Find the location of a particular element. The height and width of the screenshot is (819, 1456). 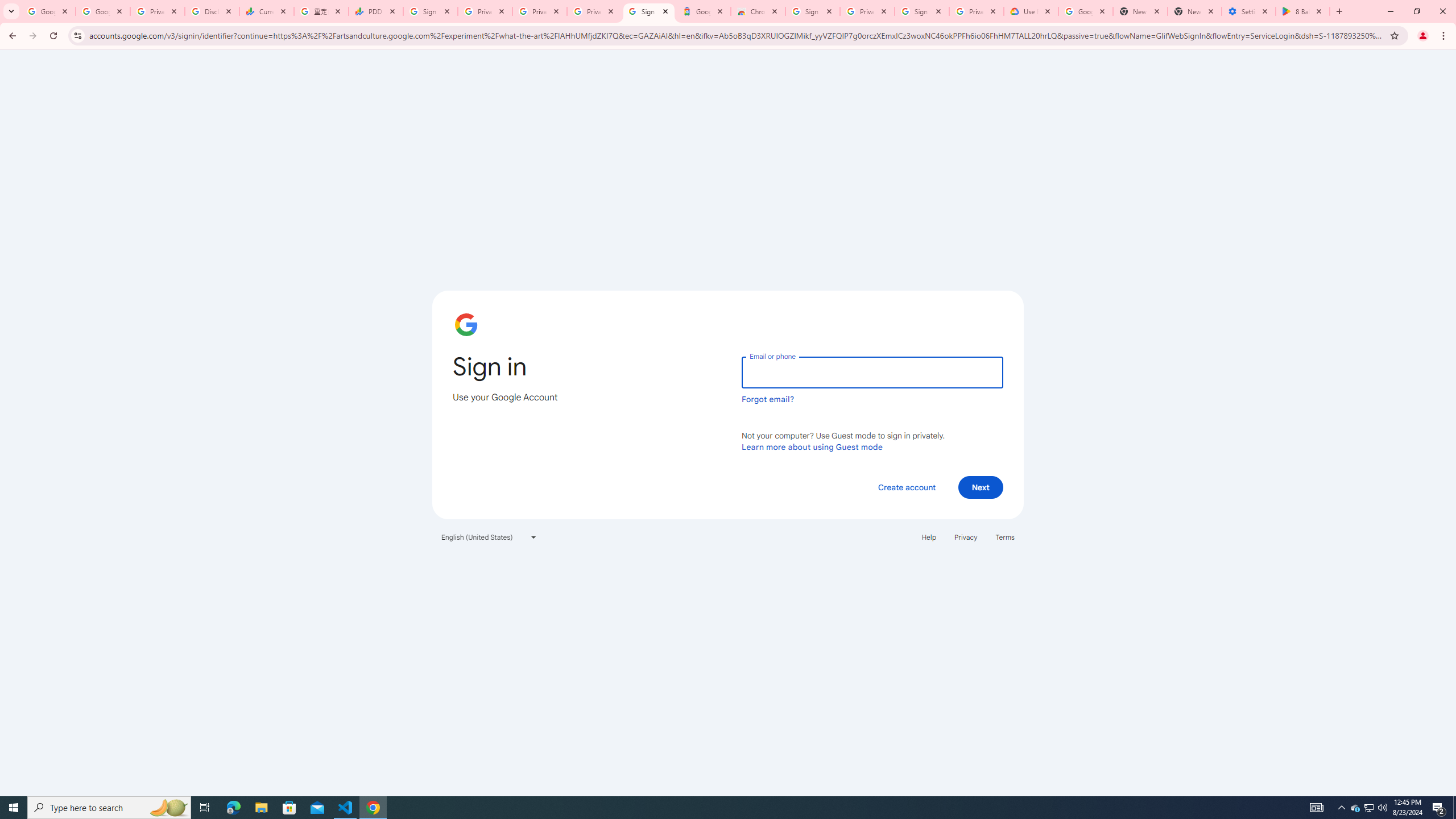

'Forgot email?' is located at coordinates (767, 399).